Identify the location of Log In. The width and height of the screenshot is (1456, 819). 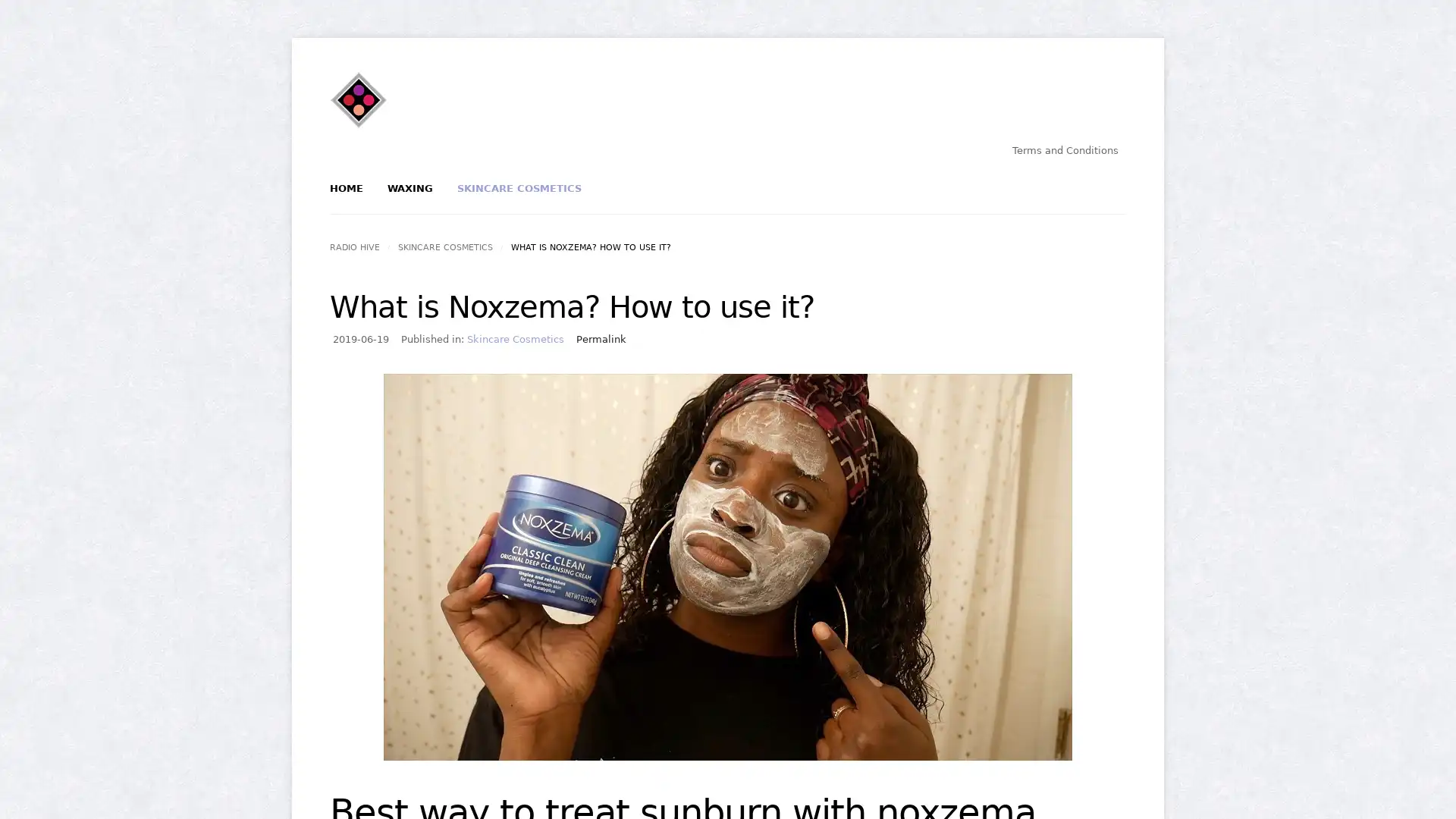
(674, 256).